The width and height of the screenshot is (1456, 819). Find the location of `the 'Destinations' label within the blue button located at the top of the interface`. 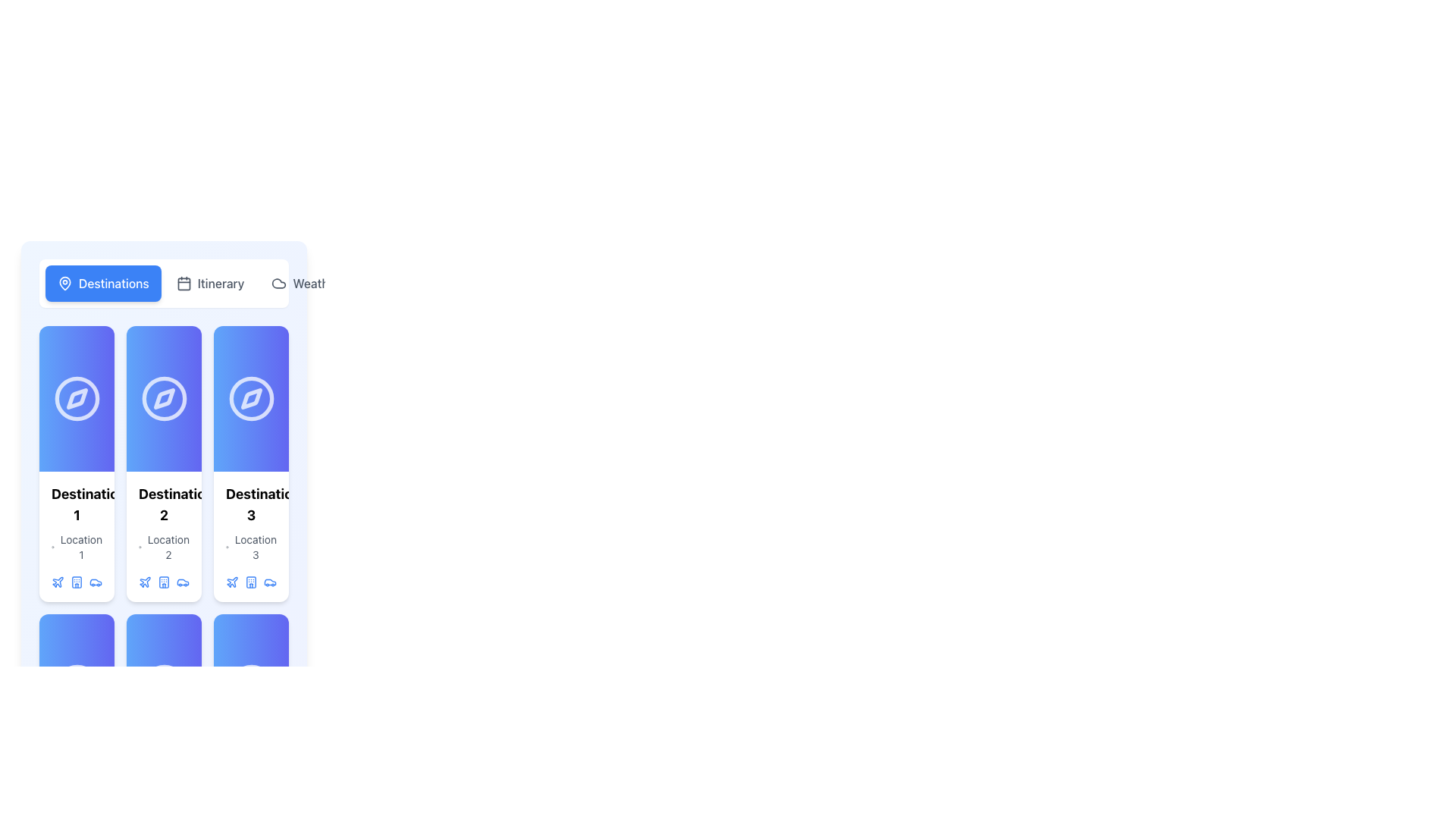

the 'Destinations' label within the blue button located at the top of the interface is located at coordinates (113, 284).